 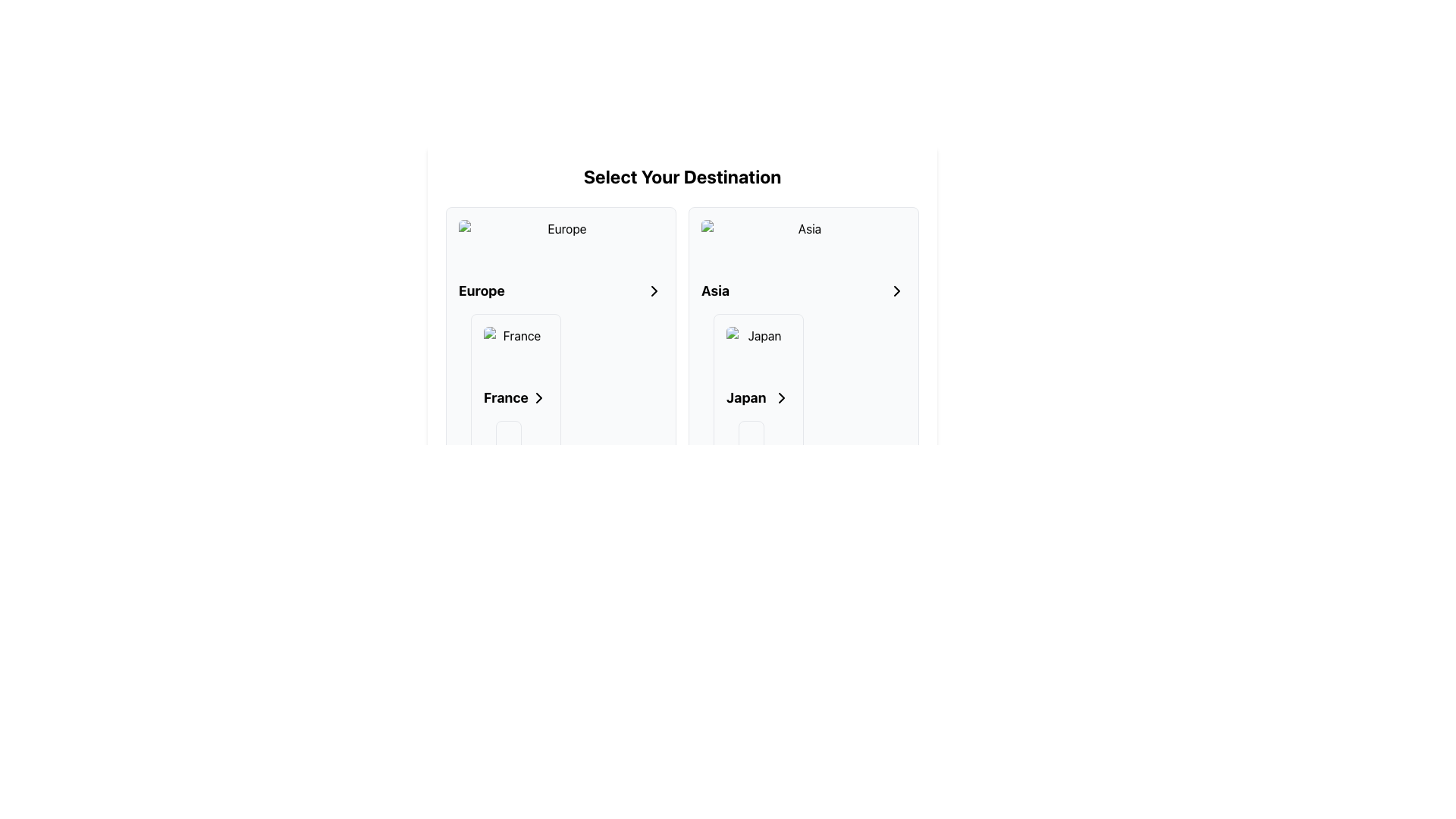 What do you see at coordinates (758, 397) in the screenshot?
I see `the horizontal layout element containing text and icon for the 'Japan' destination` at bounding box center [758, 397].